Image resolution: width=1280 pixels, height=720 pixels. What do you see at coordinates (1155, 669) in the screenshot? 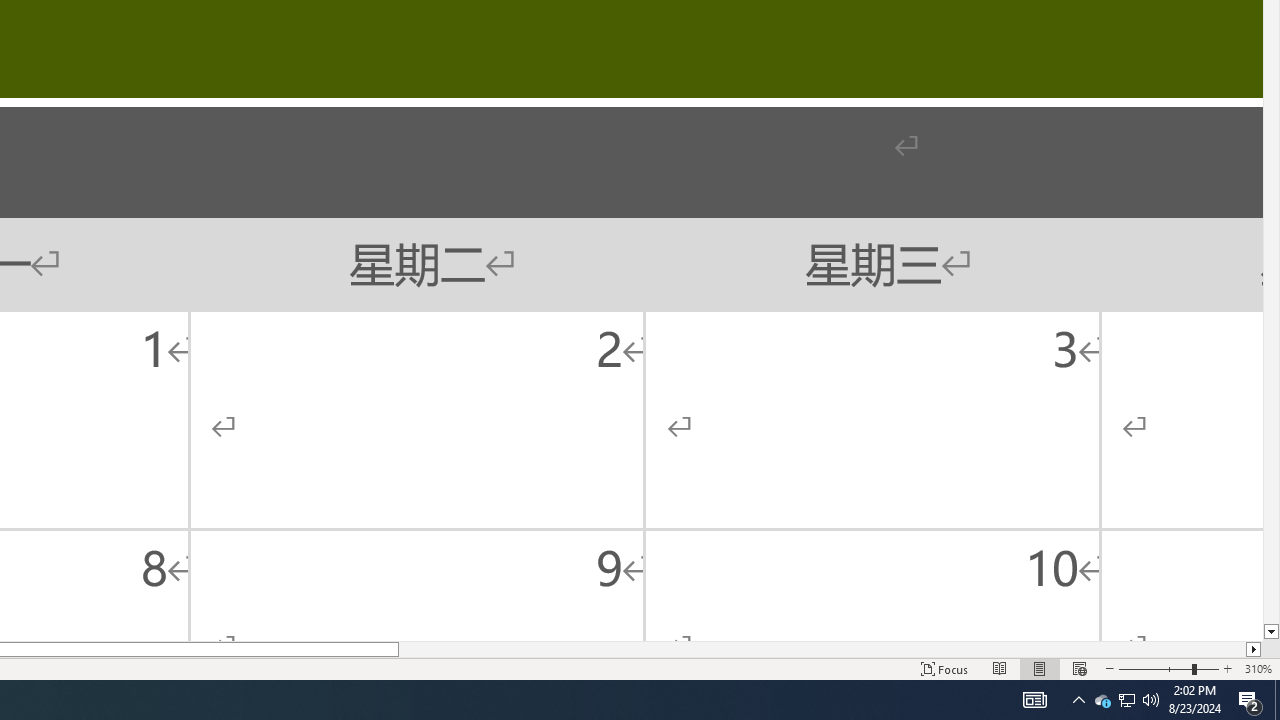
I see `'Zoom Out'` at bounding box center [1155, 669].